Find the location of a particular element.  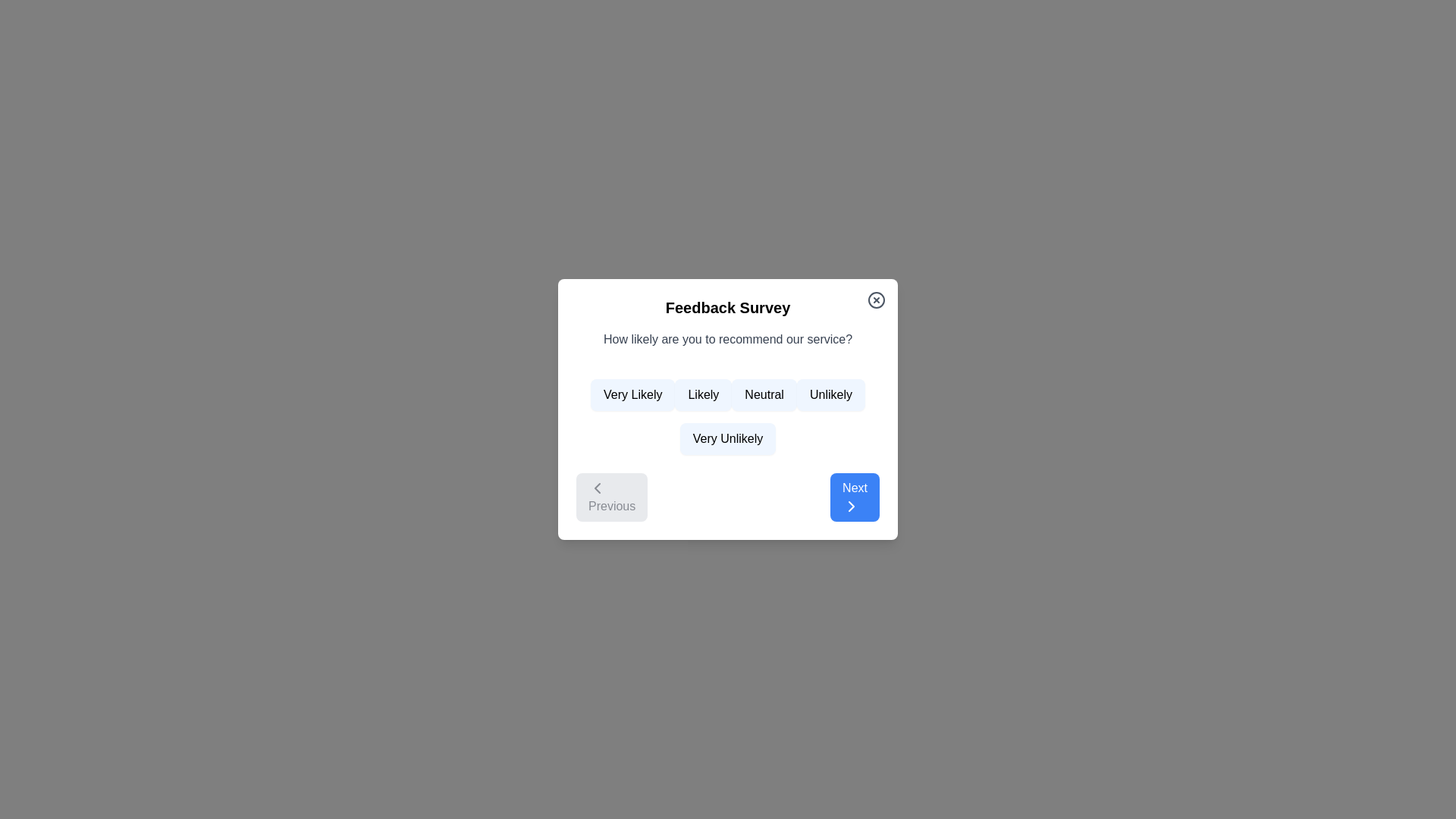

the close button located in the top-right corner of the feedback survey modal is located at coordinates (877, 300).